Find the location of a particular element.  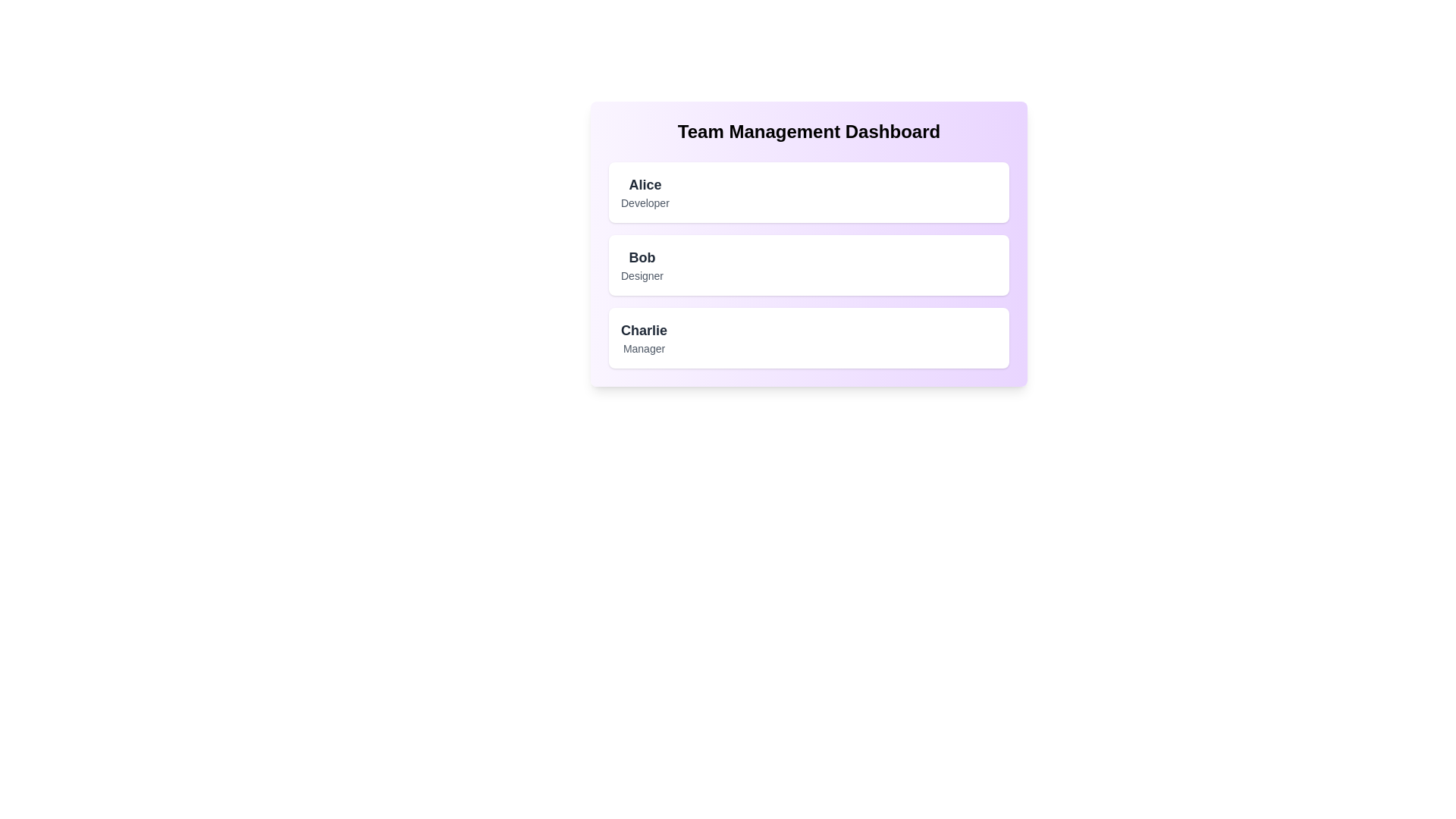

the details of the team member Bob is located at coordinates (808, 265).